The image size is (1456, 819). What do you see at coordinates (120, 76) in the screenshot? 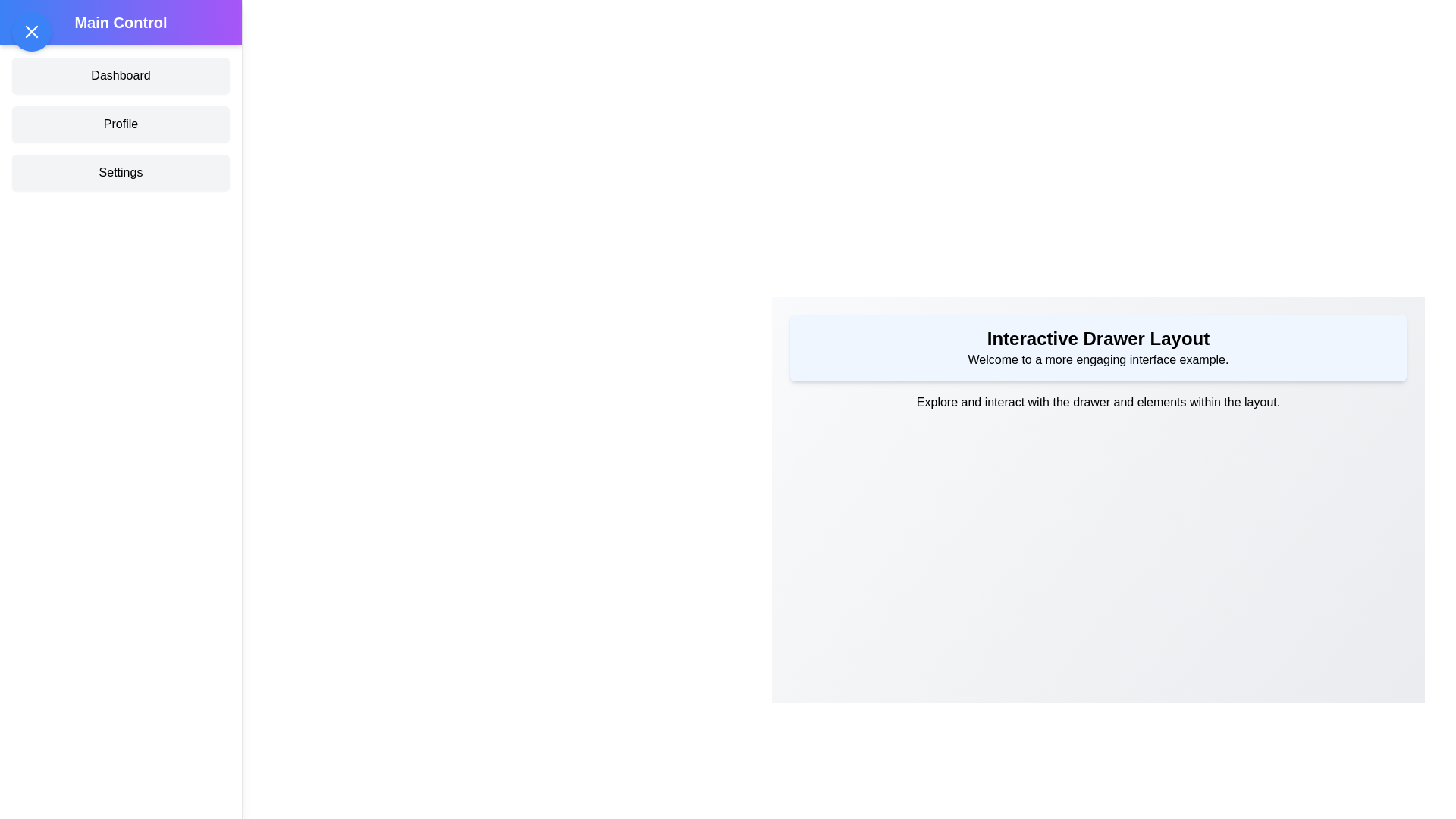
I see `the menu option Dashboard from the drawer` at bounding box center [120, 76].